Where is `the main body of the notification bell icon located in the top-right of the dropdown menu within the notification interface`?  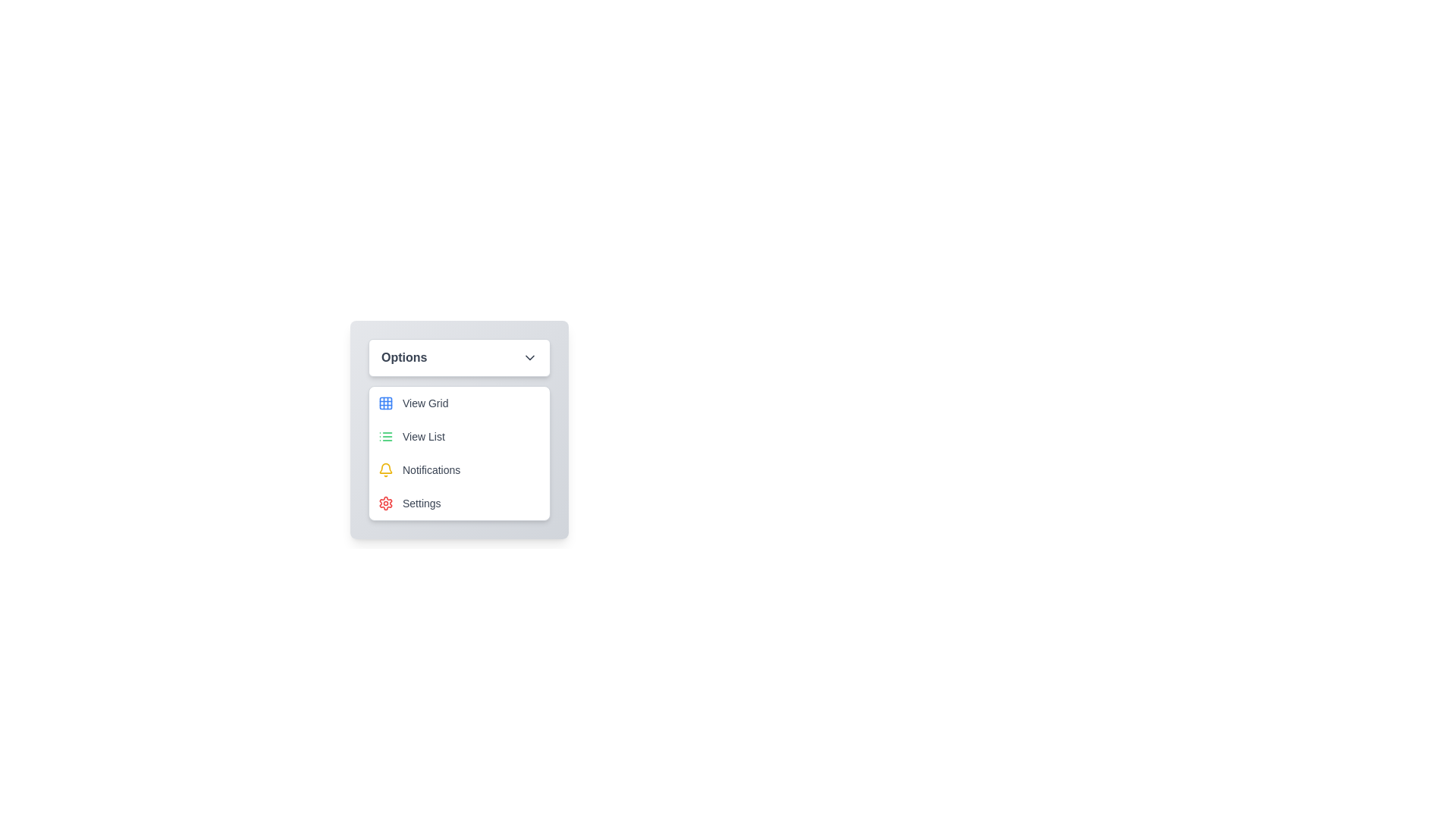
the main body of the notification bell icon located in the top-right of the dropdown menu within the notification interface is located at coordinates (385, 467).